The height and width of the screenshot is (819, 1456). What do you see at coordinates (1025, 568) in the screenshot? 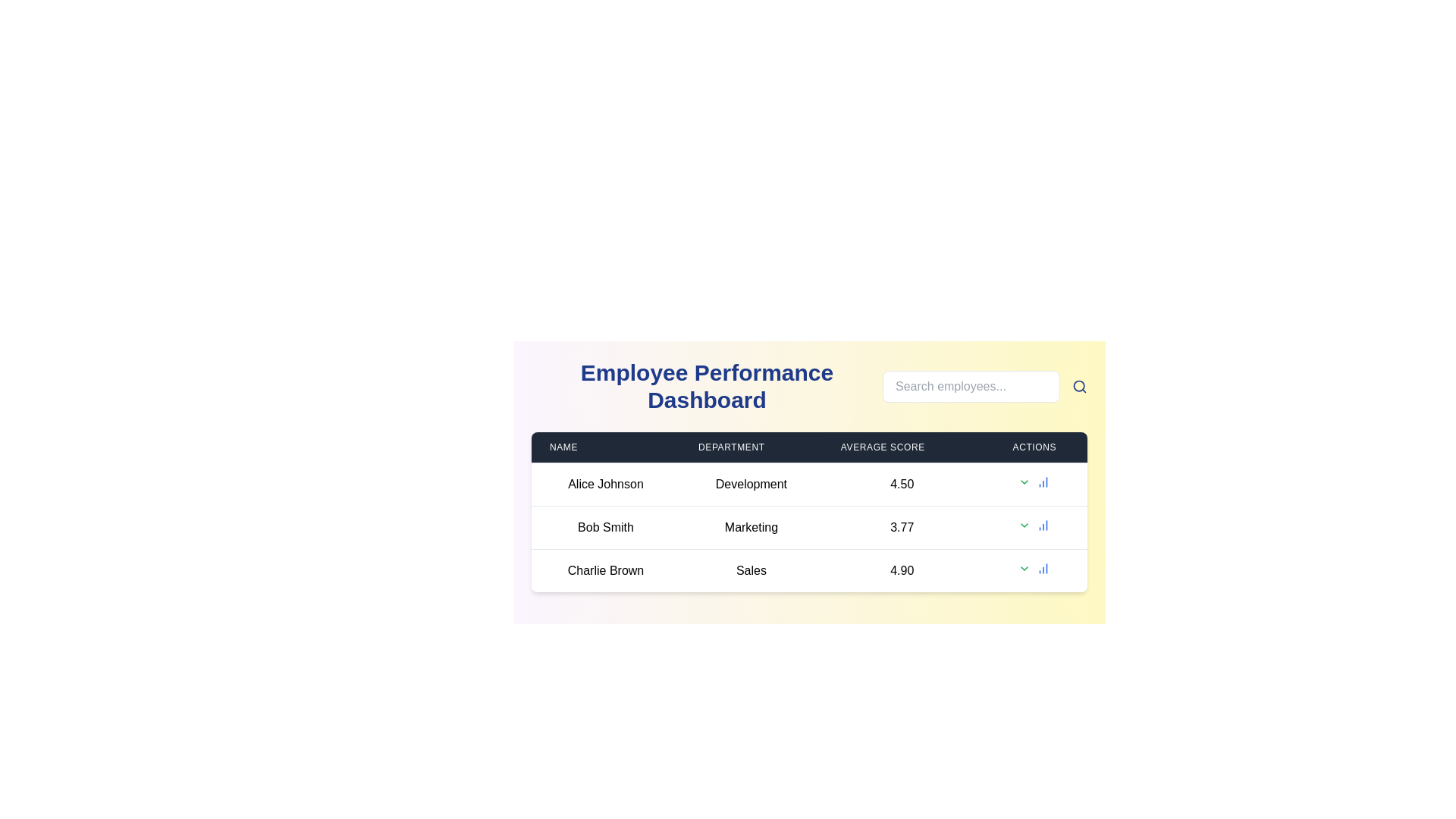
I see `the button-like chevron icon located in the 'Actions' column for 'Charlie Brown'` at bounding box center [1025, 568].